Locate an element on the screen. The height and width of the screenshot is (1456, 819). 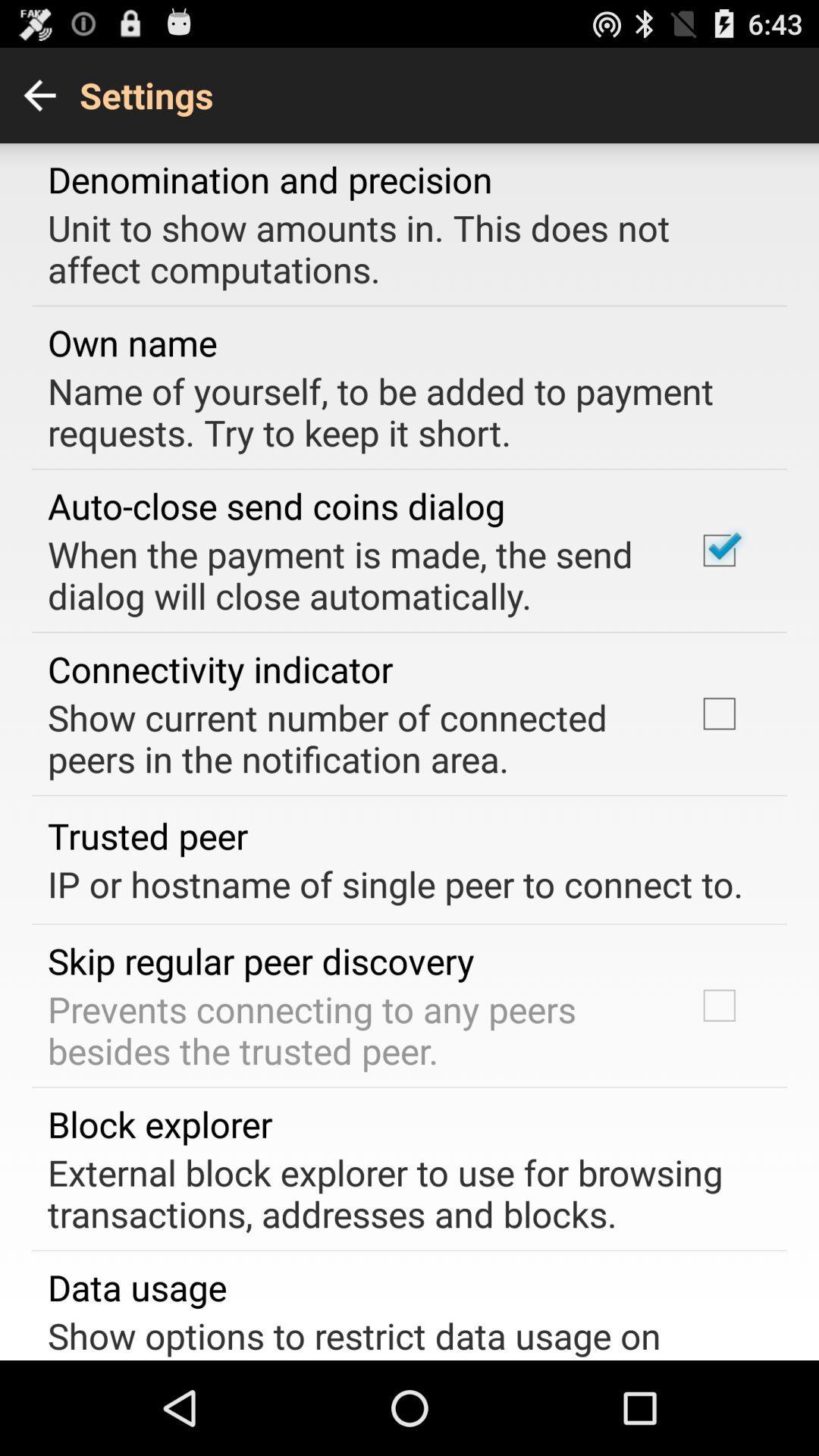
app below skip regular peer item is located at coordinates (351, 1030).